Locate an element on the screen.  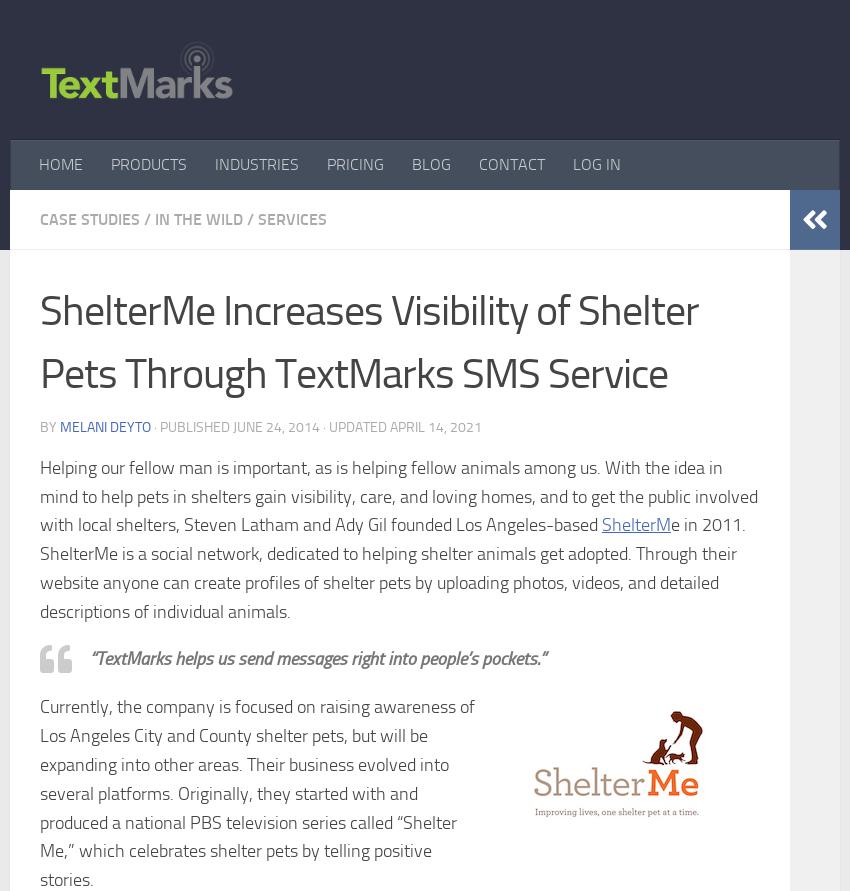
'June 24, 2014' is located at coordinates (275, 426).